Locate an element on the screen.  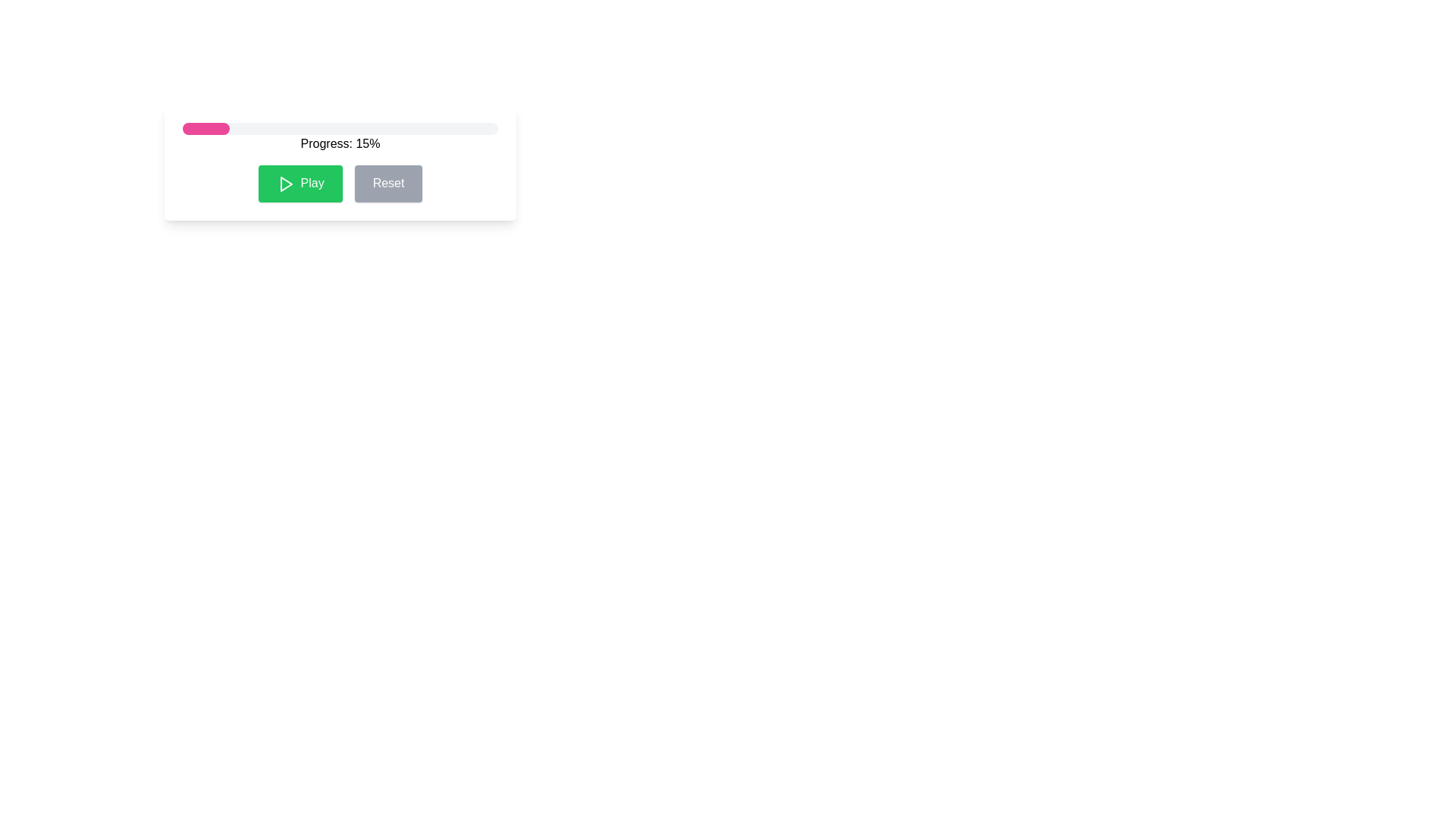
the reset button located to the right of the 'Play' button is located at coordinates (388, 183).